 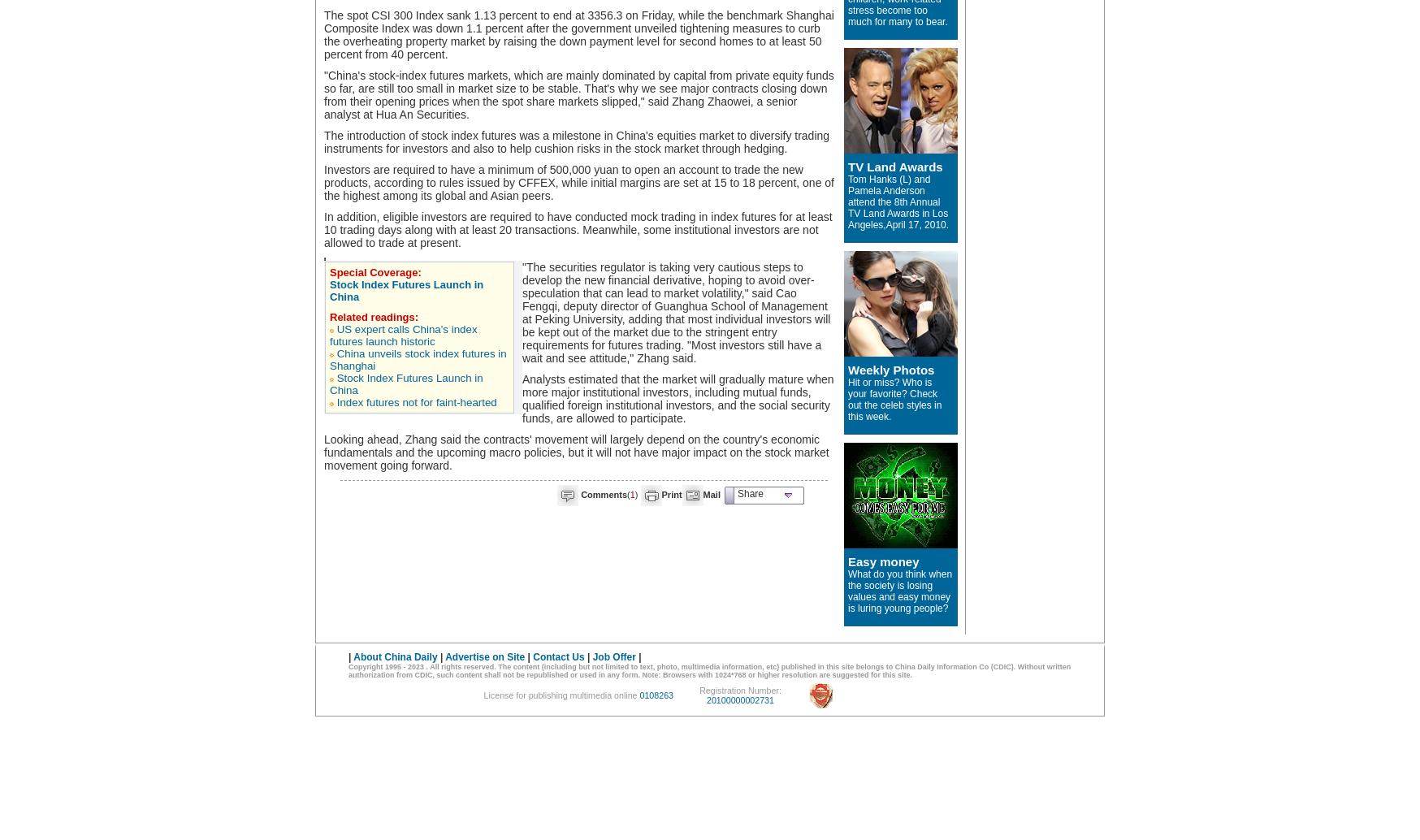 I want to click on 'Looking ahead, Zhang said the contracts' movement will largely depend on the country's economic fundamentals and the upcoming macro policies, but it will not have major impact on the stock market movement going forward.', so click(x=576, y=452).